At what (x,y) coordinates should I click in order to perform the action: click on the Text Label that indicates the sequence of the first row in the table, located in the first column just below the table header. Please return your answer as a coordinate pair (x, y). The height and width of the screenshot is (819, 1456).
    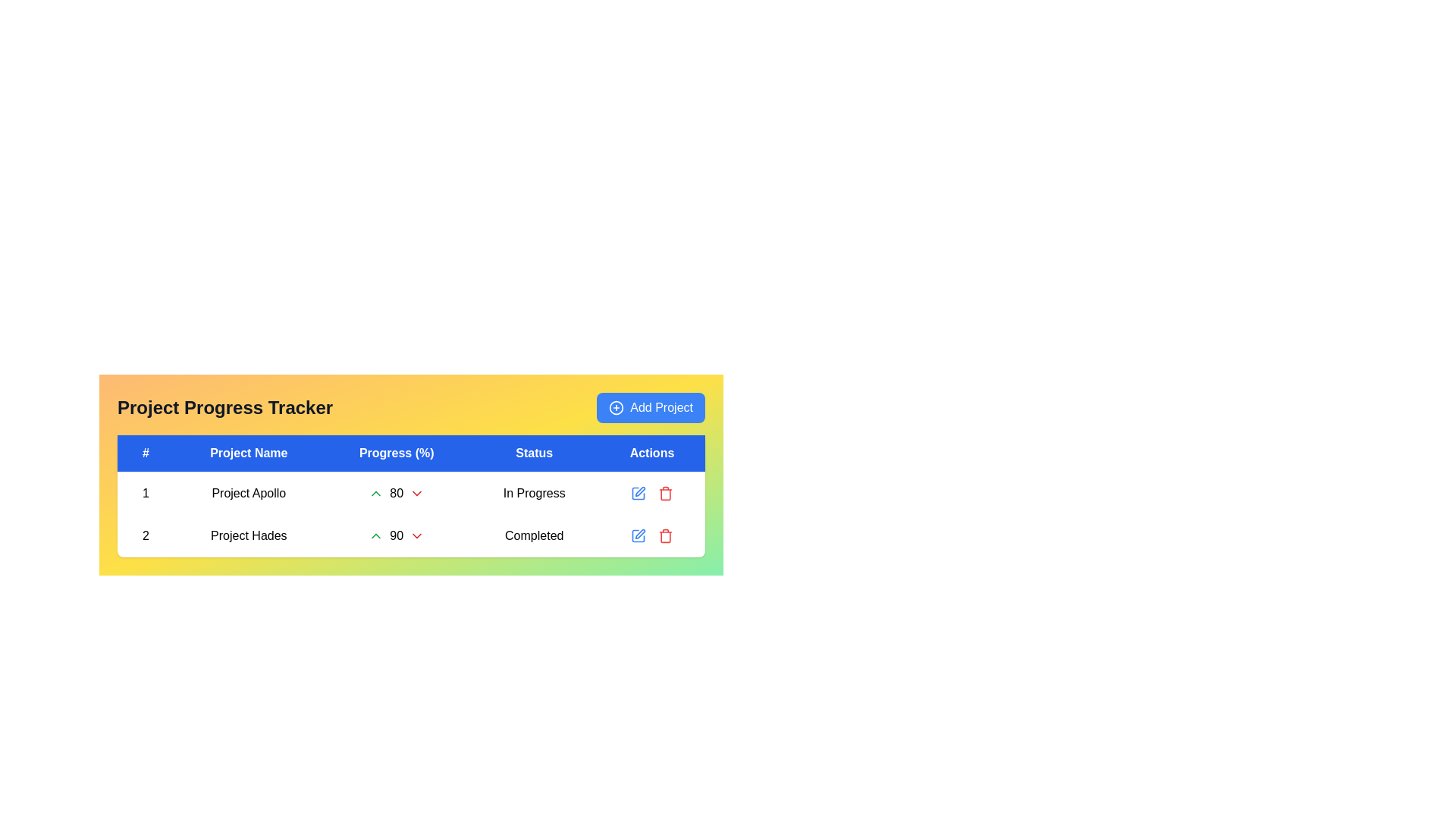
    Looking at the image, I should click on (146, 493).